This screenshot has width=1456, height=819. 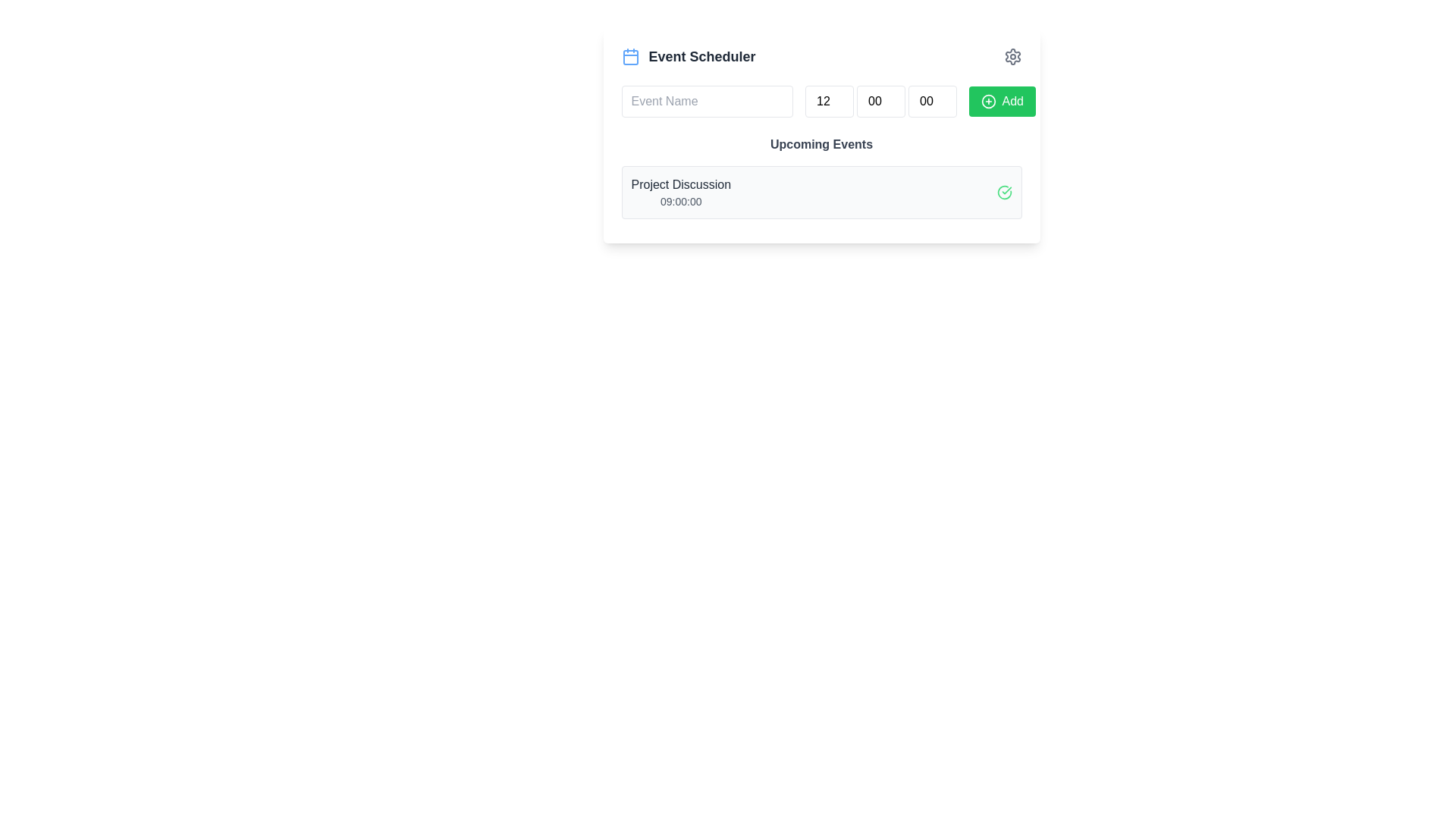 I want to click on the state of the completion indicator icon located to the far-right of the row containing the text 'Project Discussion 09:00:00', so click(x=1004, y=192).